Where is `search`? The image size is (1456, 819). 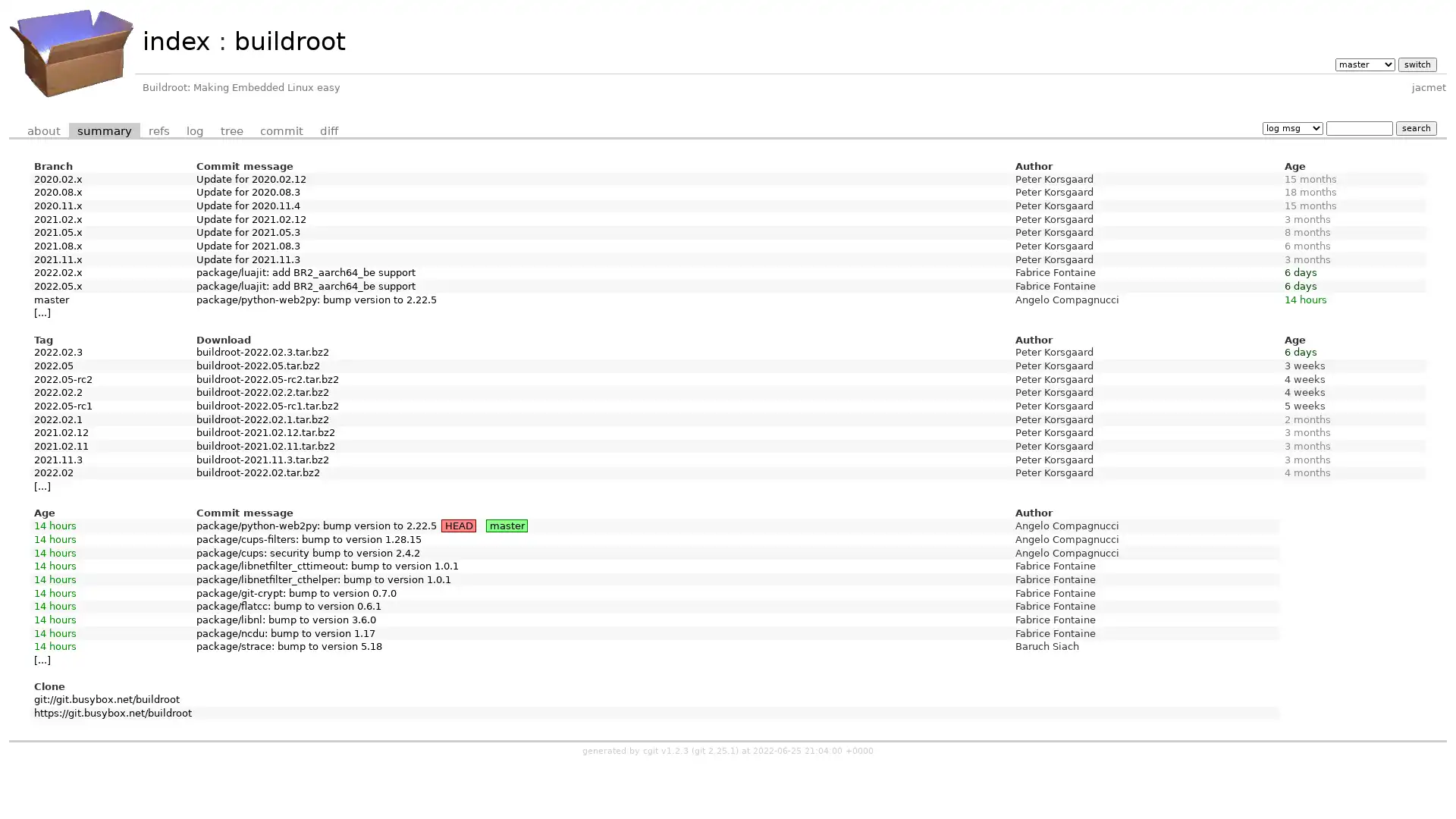 search is located at coordinates (1415, 127).